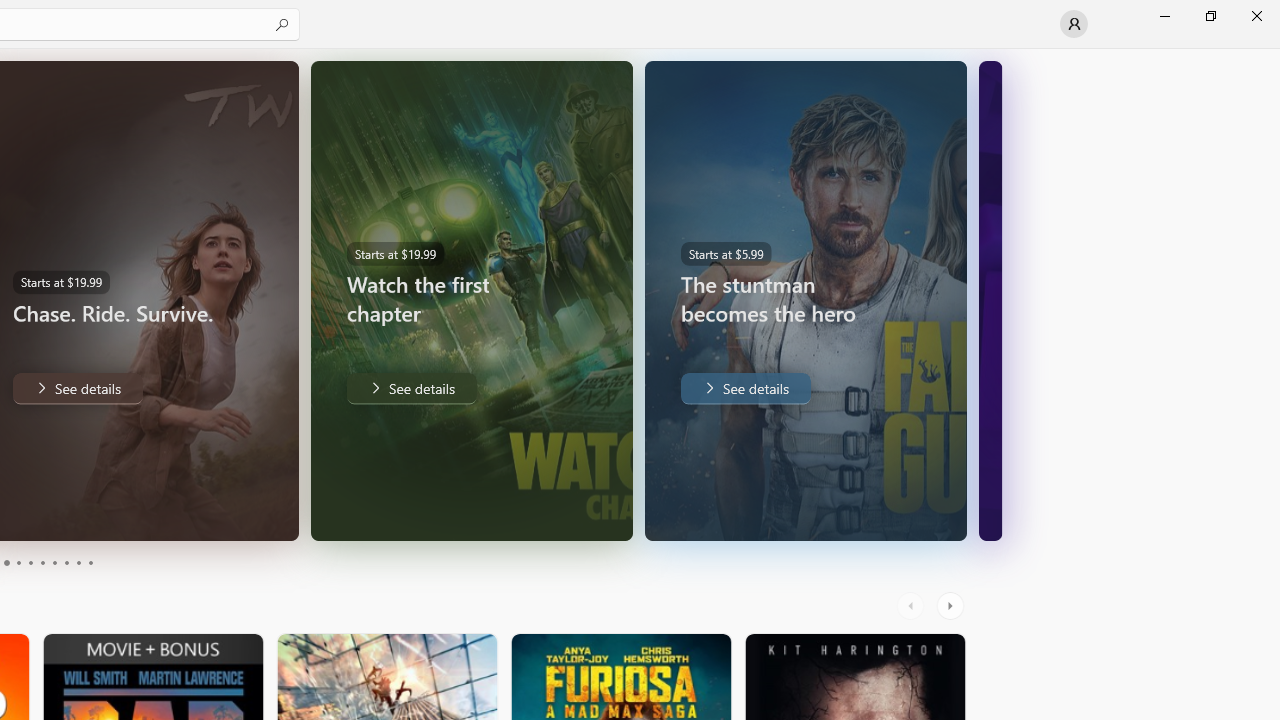  What do you see at coordinates (78, 563) in the screenshot?
I see `'Page 9'` at bounding box center [78, 563].